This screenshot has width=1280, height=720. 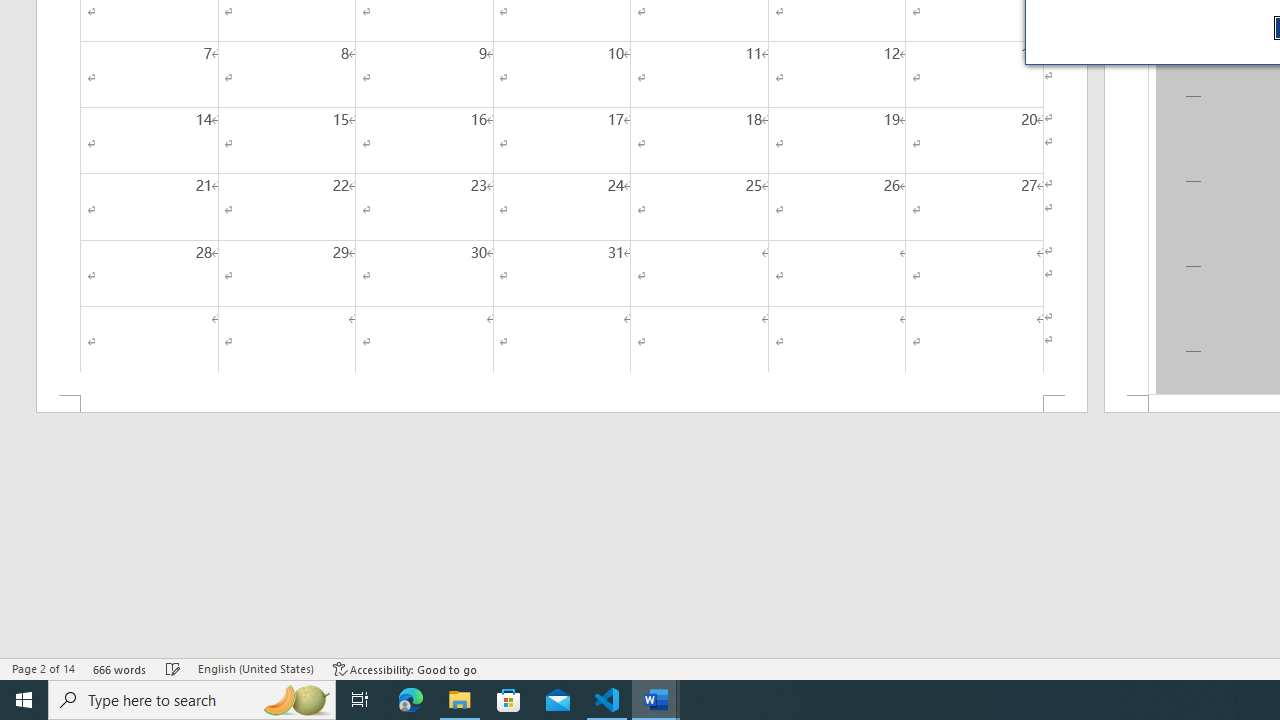 What do you see at coordinates (410, 698) in the screenshot?
I see `'Microsoft Edge'` at bounding box center [410, 698].